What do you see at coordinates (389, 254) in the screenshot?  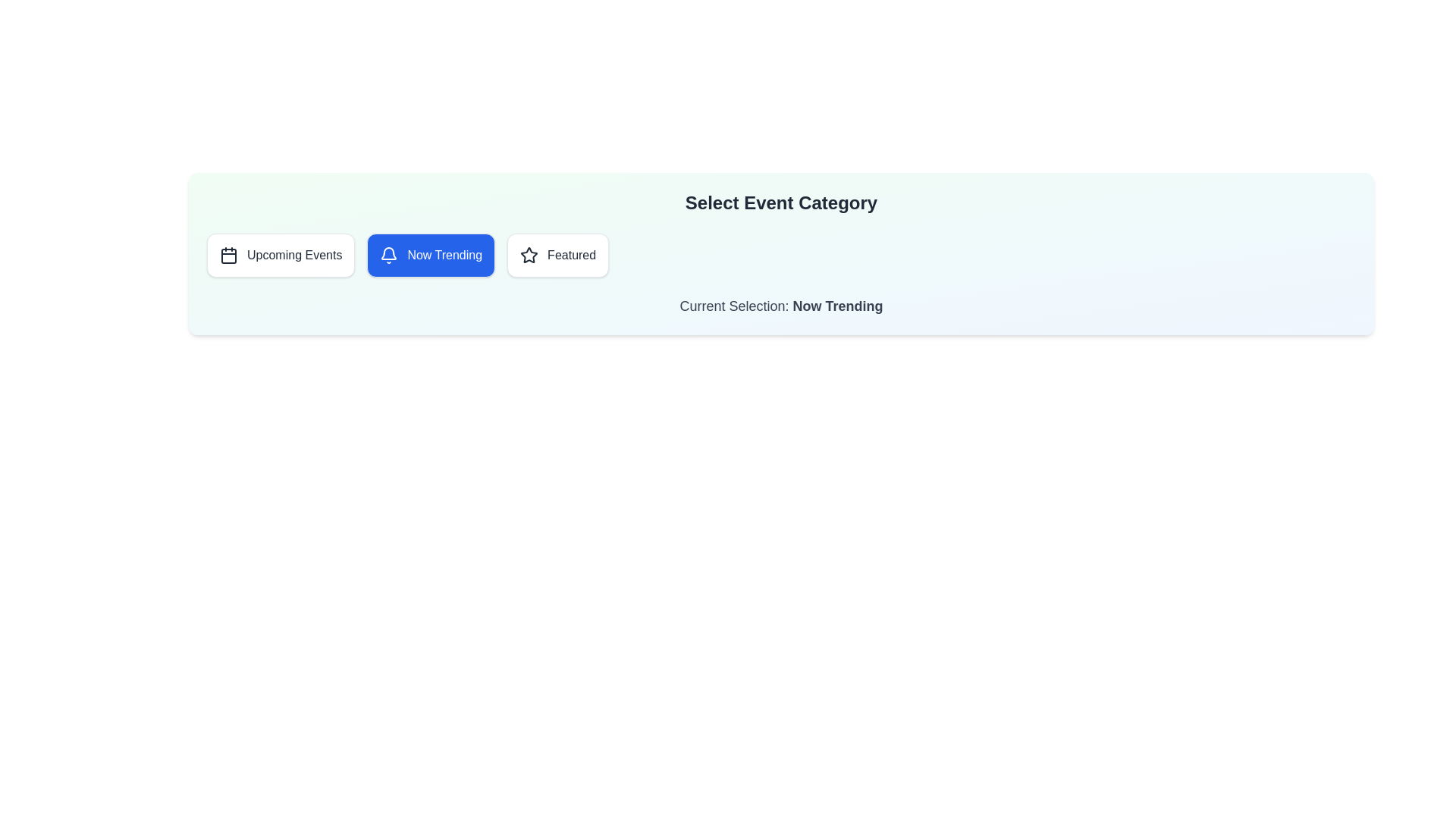 I see `the bell icon representing notifications, located within the blue button to the left of the 'Now Trending' text` at bounding box center [389, 254].